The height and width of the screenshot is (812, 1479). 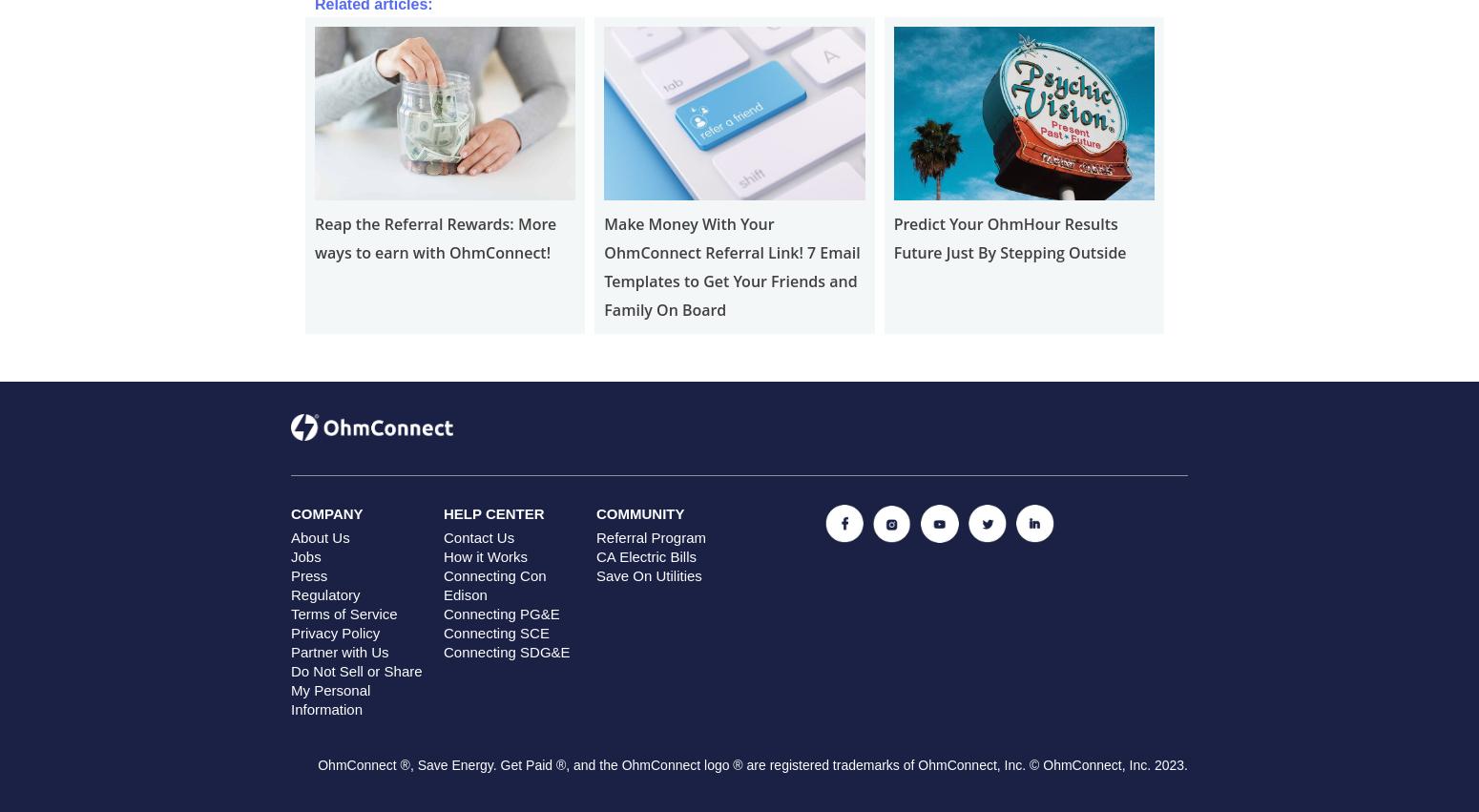 What do you see at coordinates (647, 575) in the screenshot?
I see `'Save On Utilities'` at bounding box center [647, 575].